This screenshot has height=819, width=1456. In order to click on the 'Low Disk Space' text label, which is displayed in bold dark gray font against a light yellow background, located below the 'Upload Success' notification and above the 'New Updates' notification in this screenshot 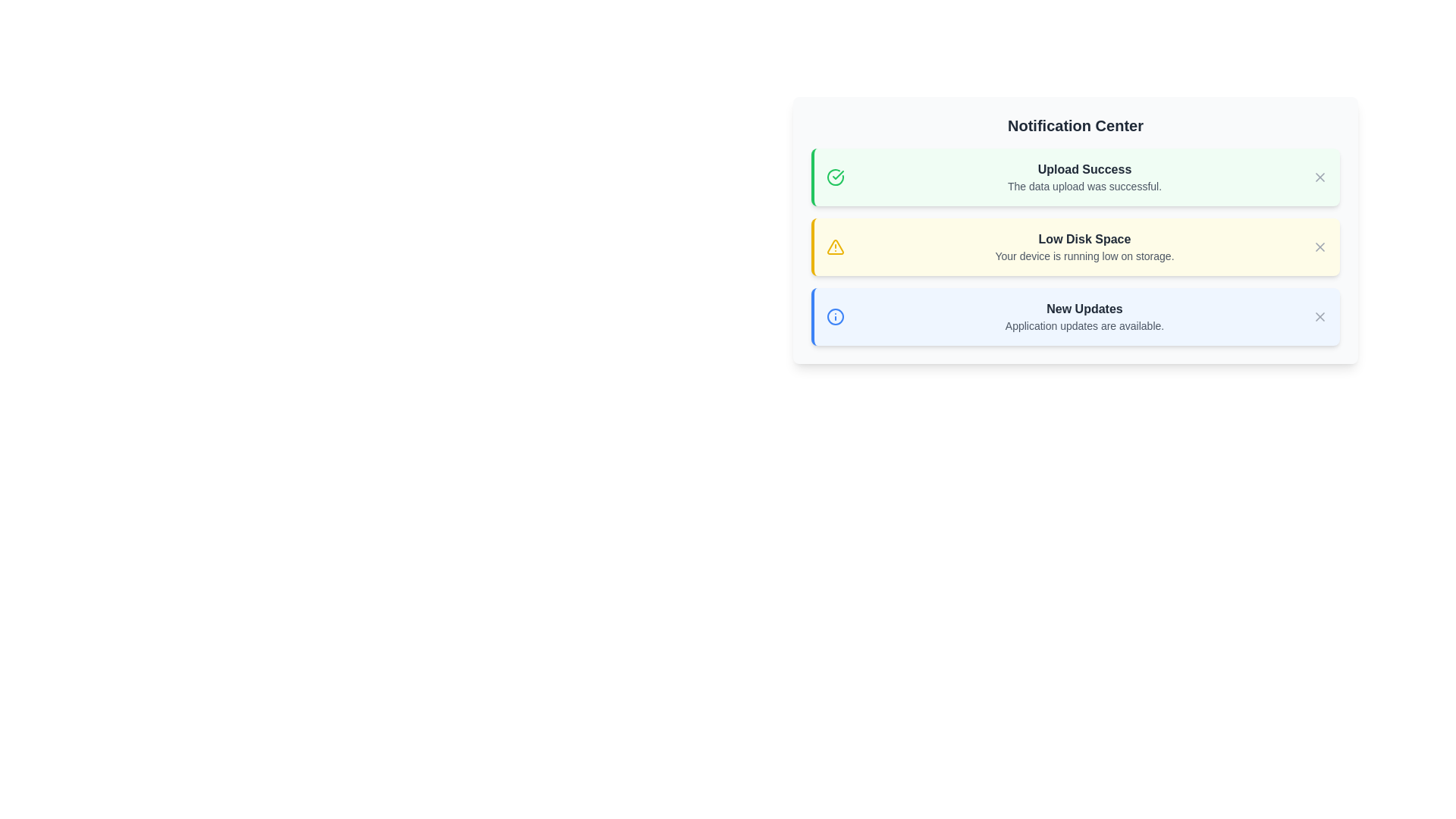, I will do `click(1084, 239)`.